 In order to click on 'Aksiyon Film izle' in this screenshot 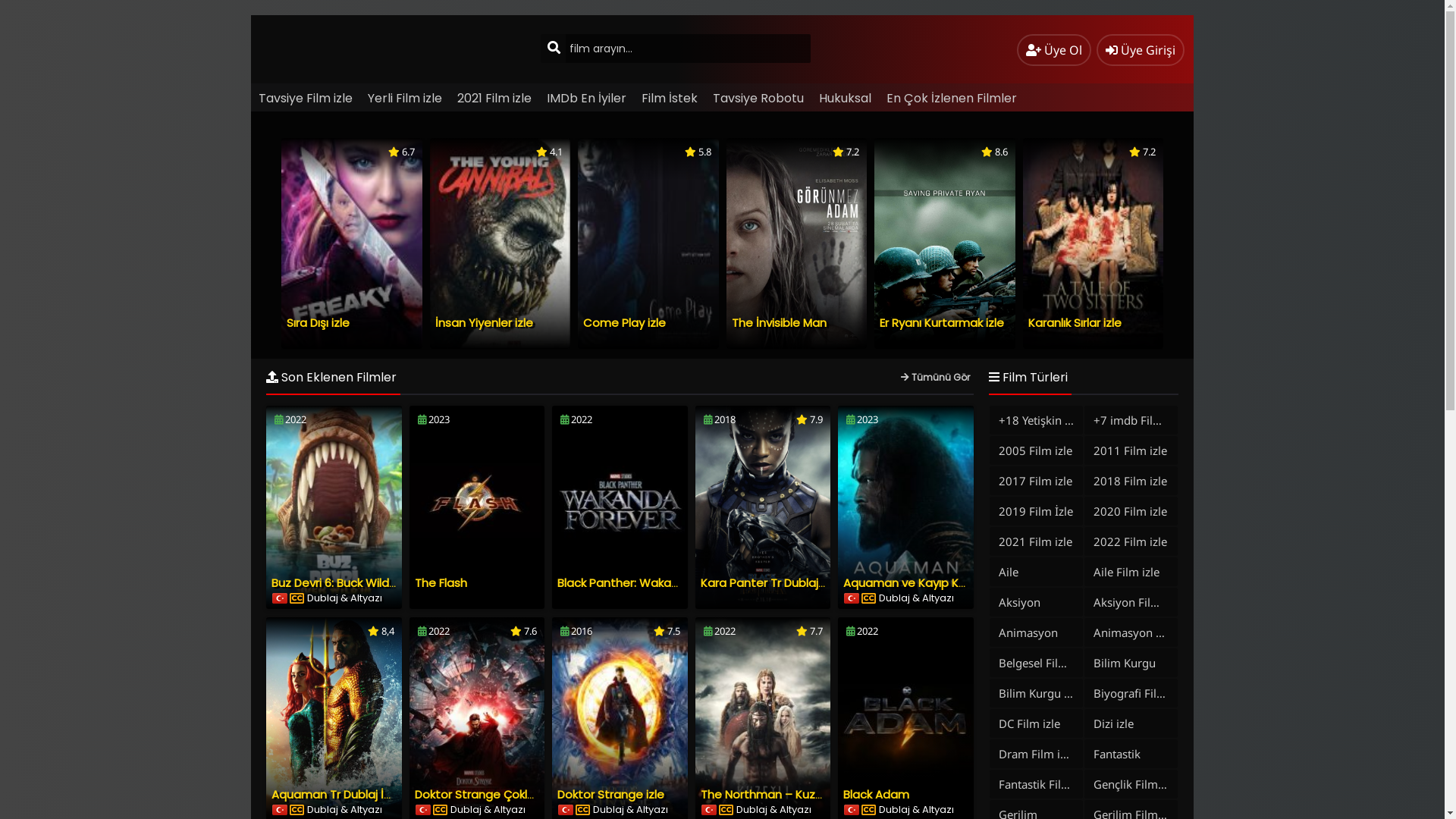, I will do `click(1131, 601)`.